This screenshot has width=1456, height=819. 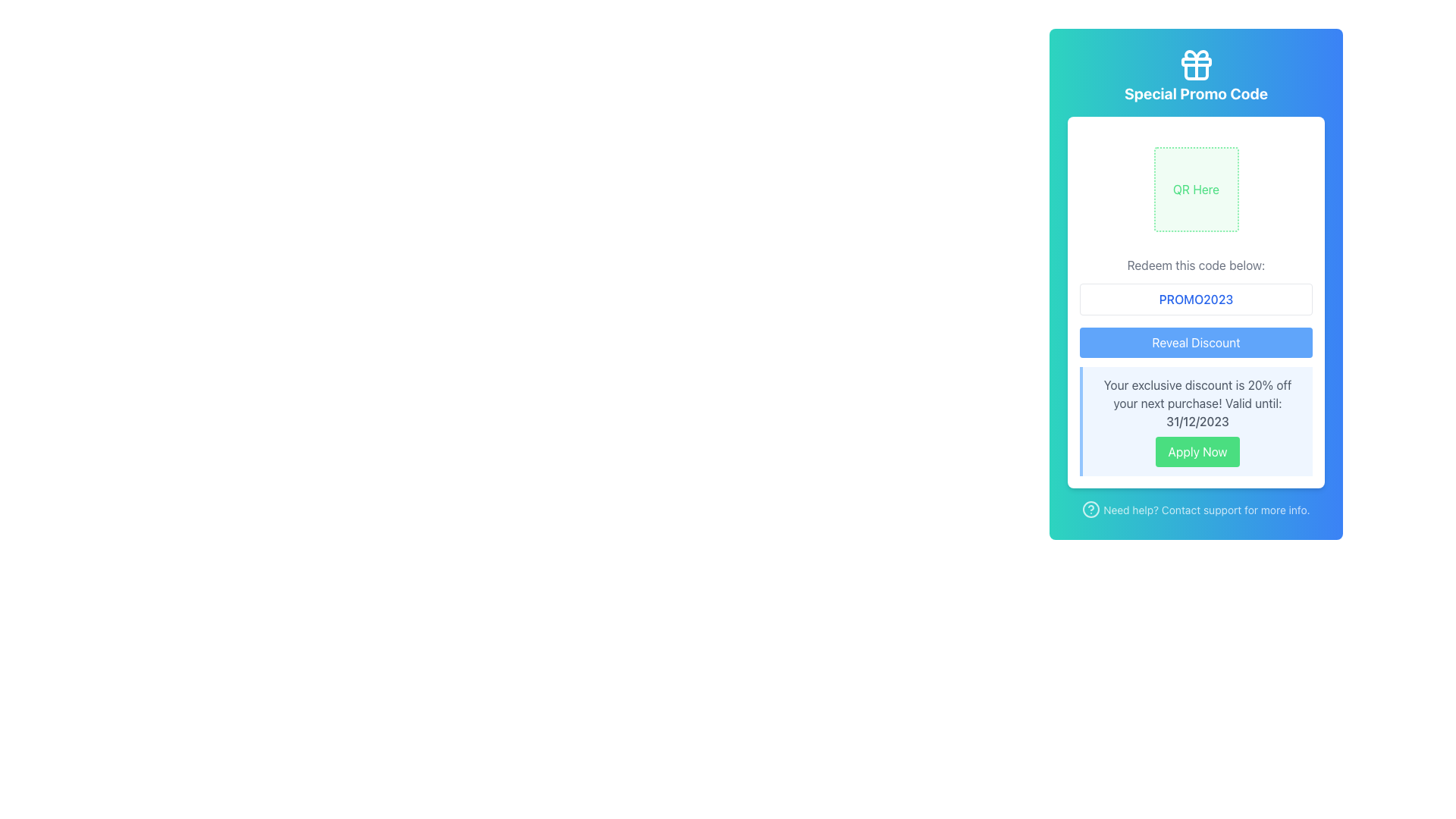 What do you see at coordinates (1195, 189) in the screenshot?
I see `the static placeholder area with a light green background and dotted border that displays the text 'QR Here'` at bounding box center [1195, 189].